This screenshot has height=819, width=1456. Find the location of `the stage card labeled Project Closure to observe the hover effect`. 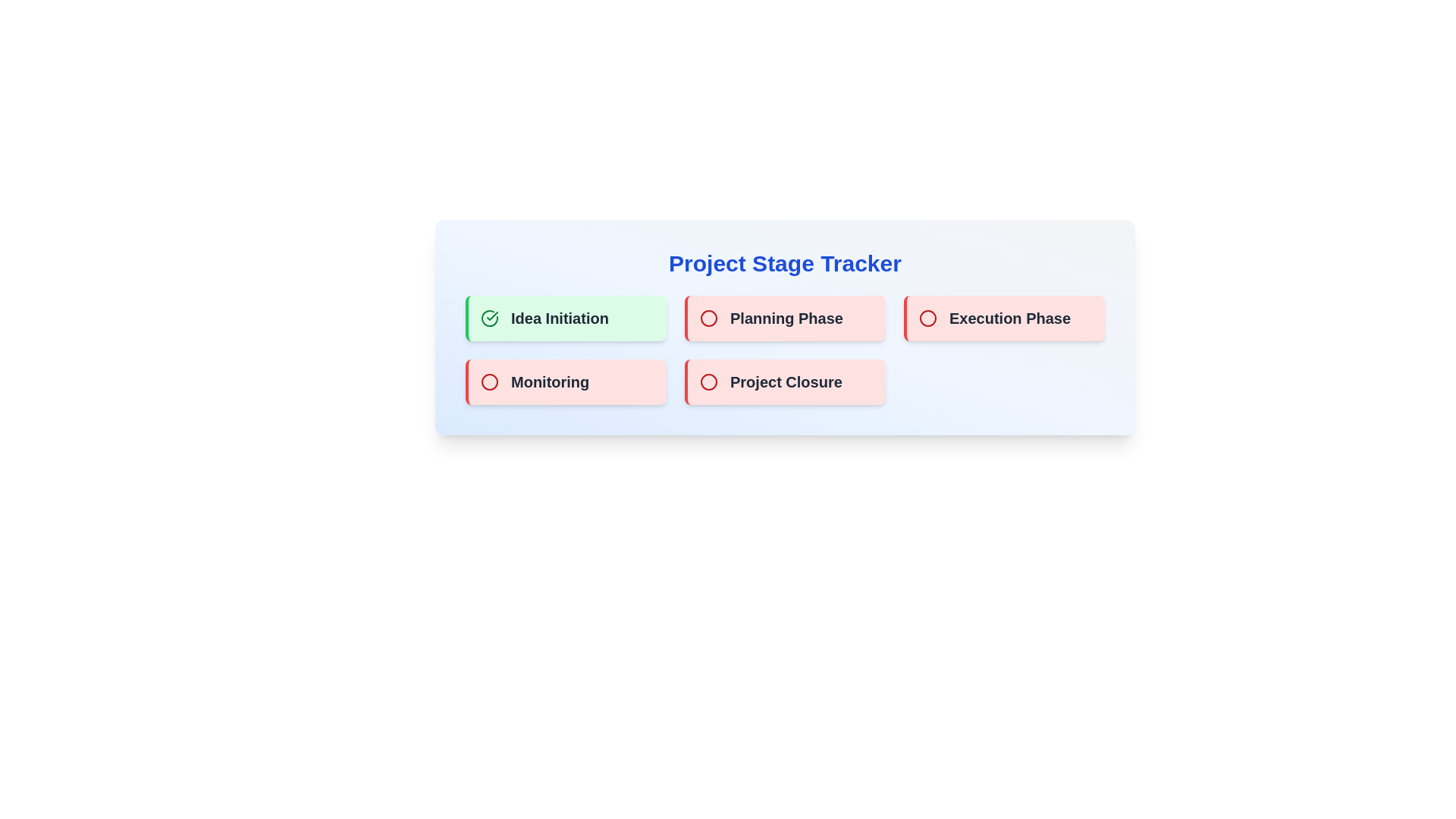

the stage card labeled Project Closure to observe the hover effect is located at coordinates (785, 381).